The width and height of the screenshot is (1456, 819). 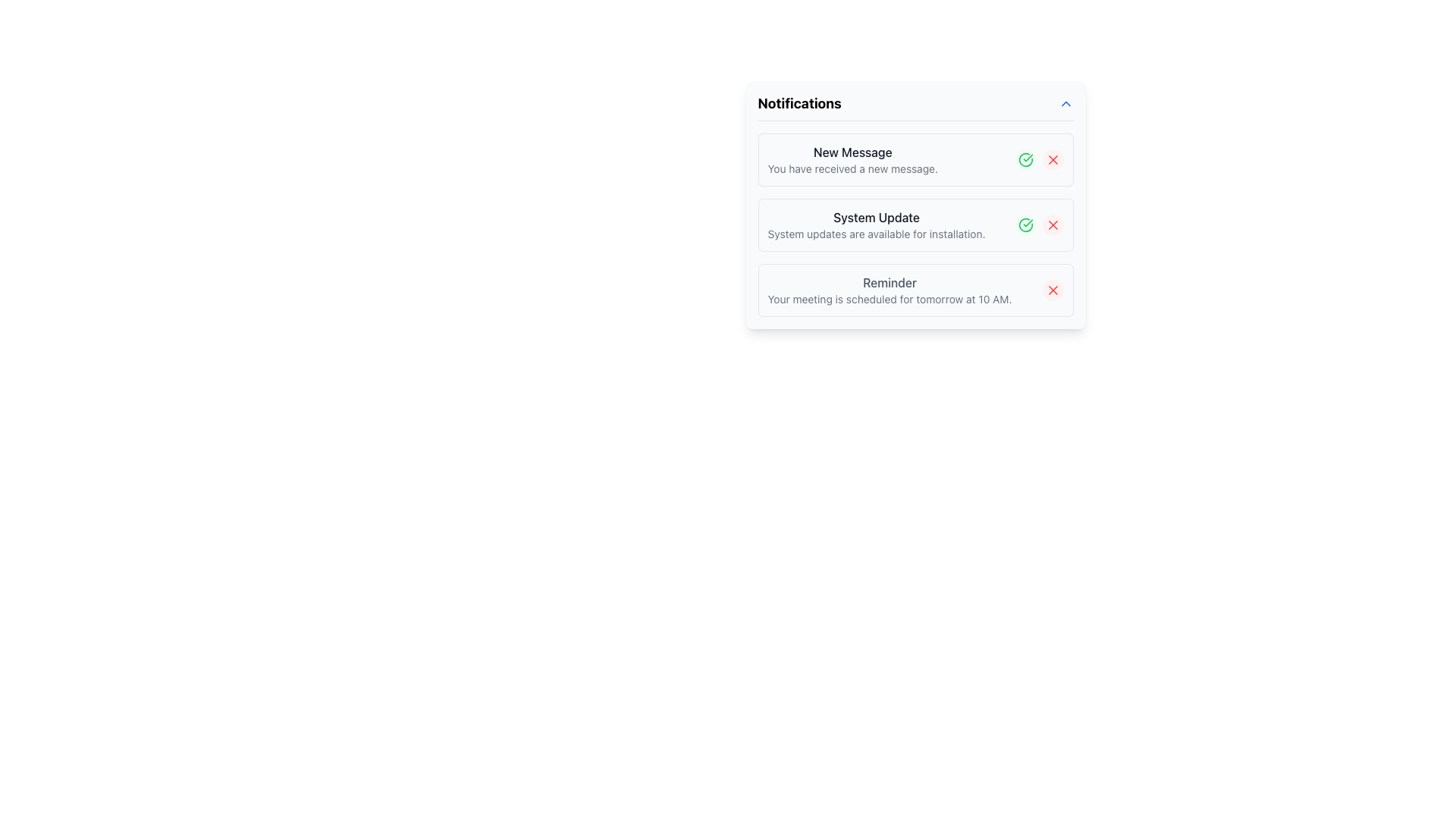 I want to click on the group of interactive buttons containing a green checkmark and a red 'X' symbol in the upper-right corner of the 'System Update' notification card, so click(x=1038, y=225).